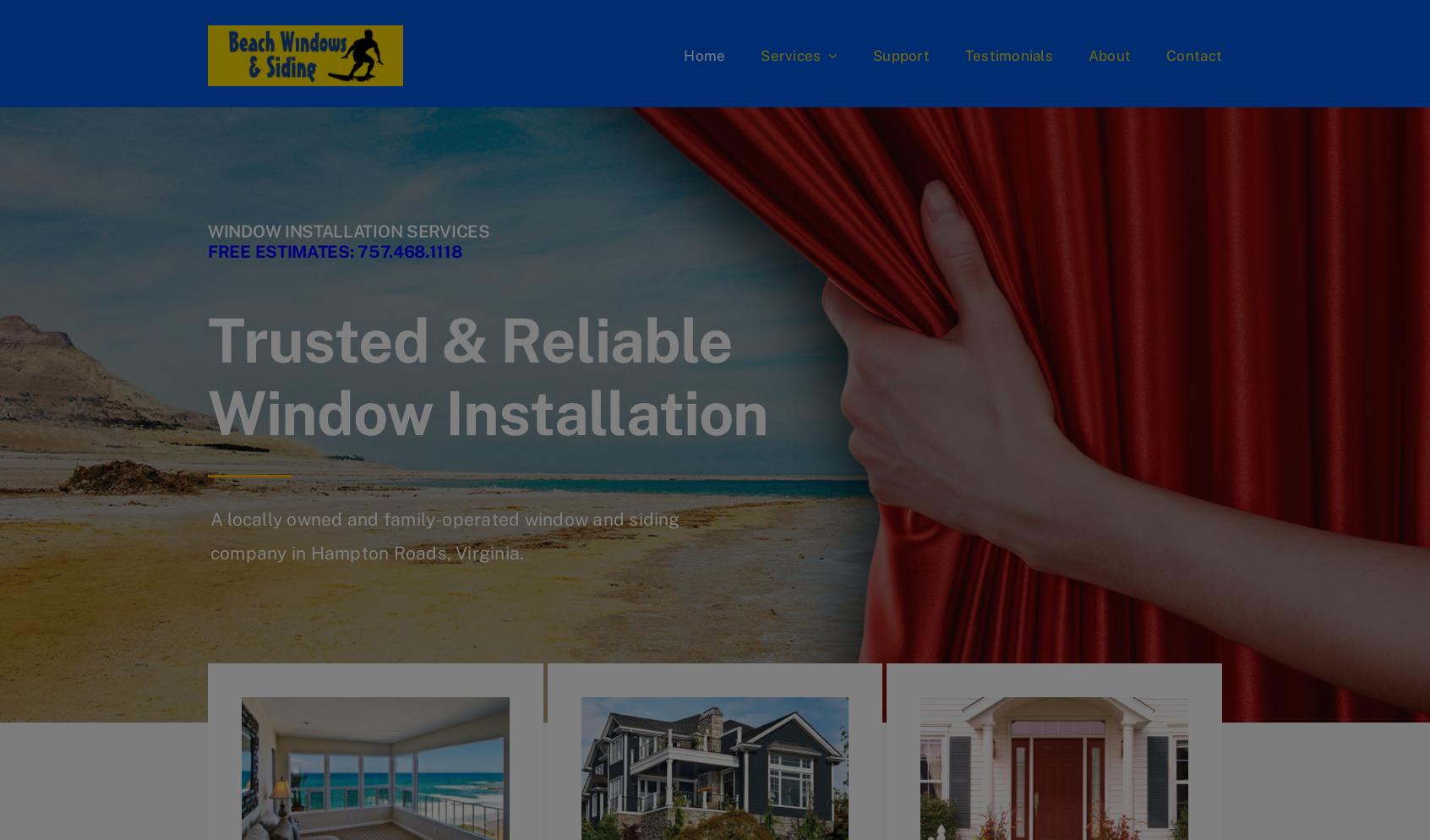 The width and height of the screenshot is (1430, 840). I want to click on 'Home', so click(704, 54).